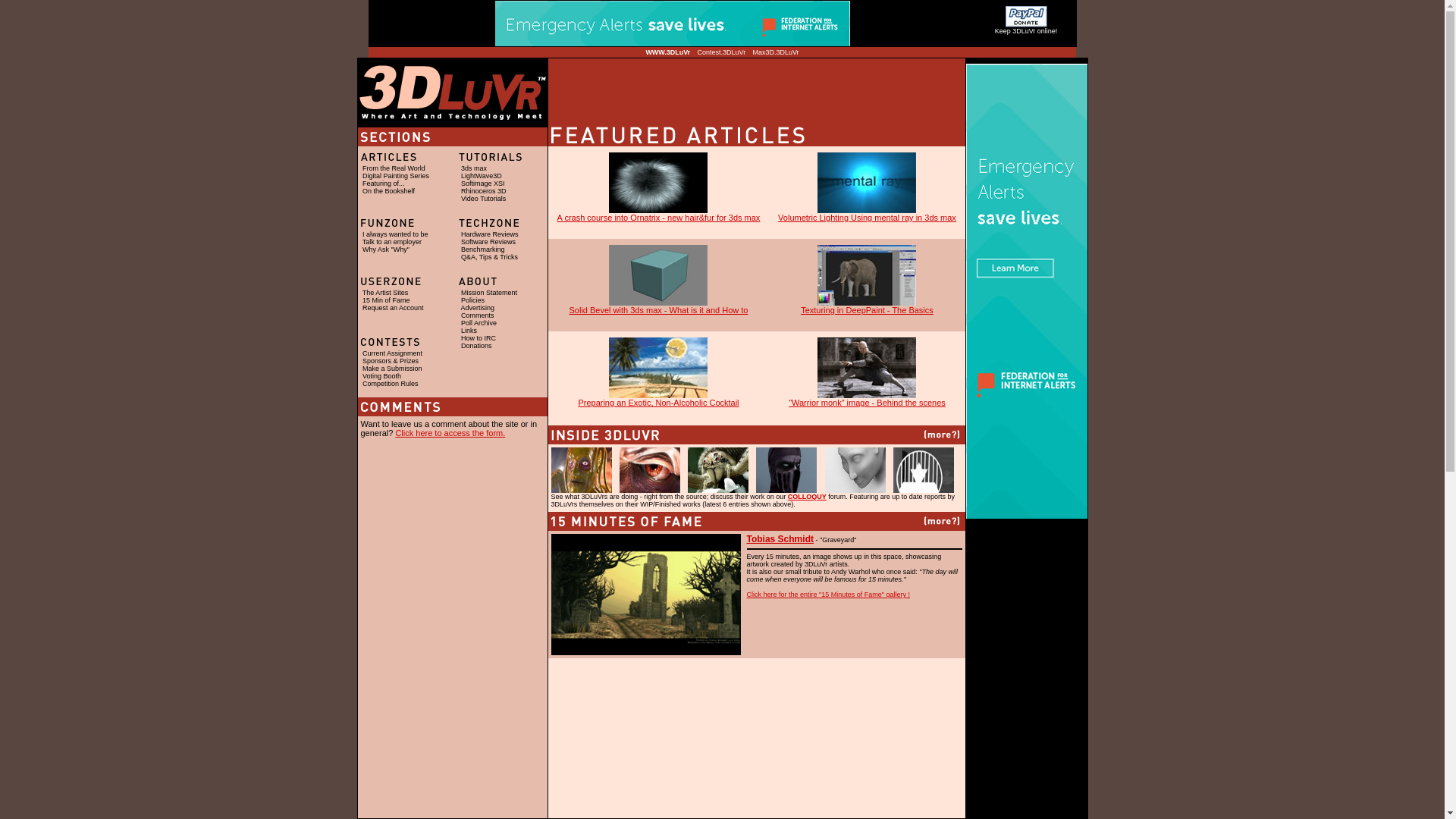 This screenshot has height=819, width=1456. I want to click on 'Make a Submission', so click(392, 369).